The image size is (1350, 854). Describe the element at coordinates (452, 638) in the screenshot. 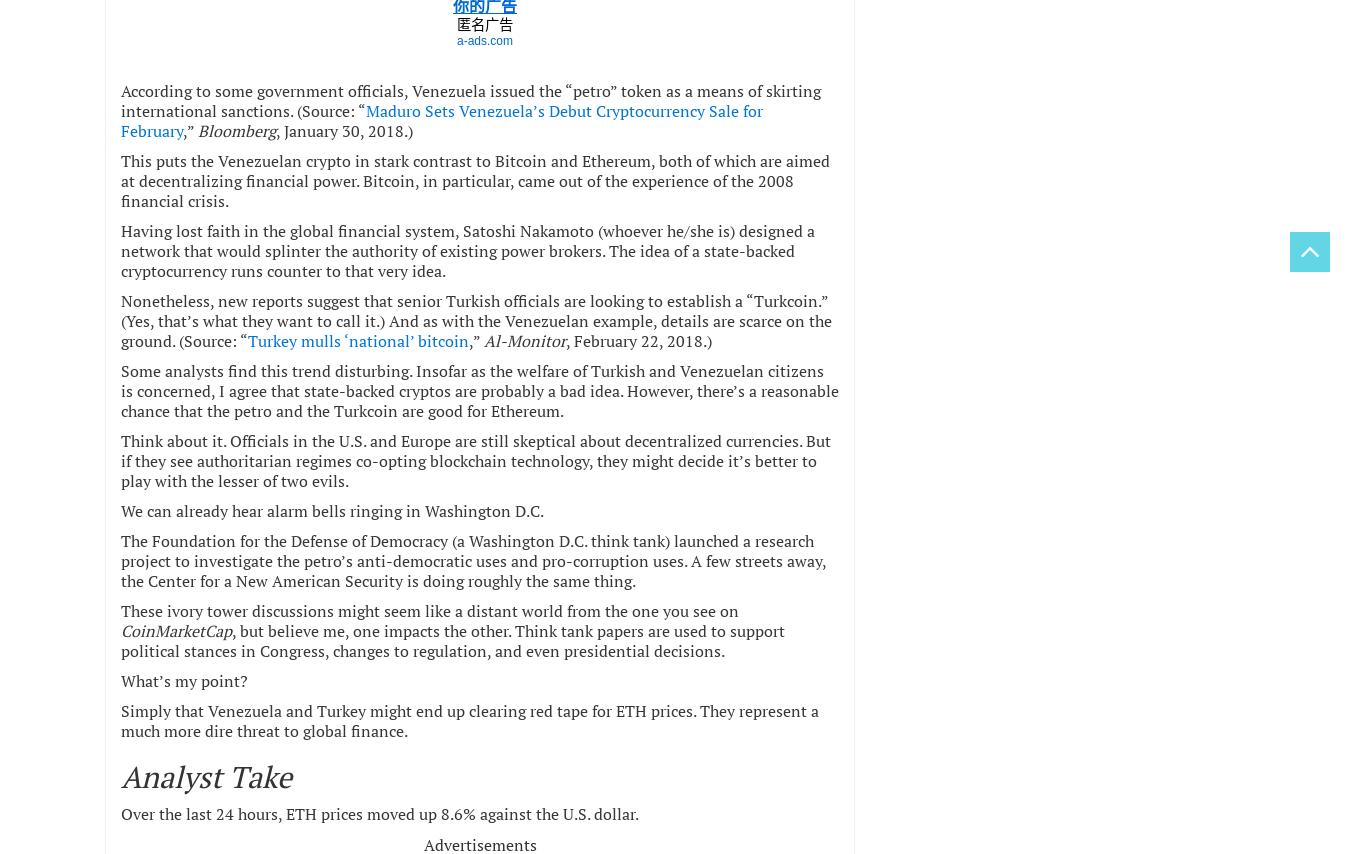

I see `', but believe me, one impacts the other. Think tank papers are used to support political stances in Congress, changes to regulation, and even presidential decisions.'` at that location.